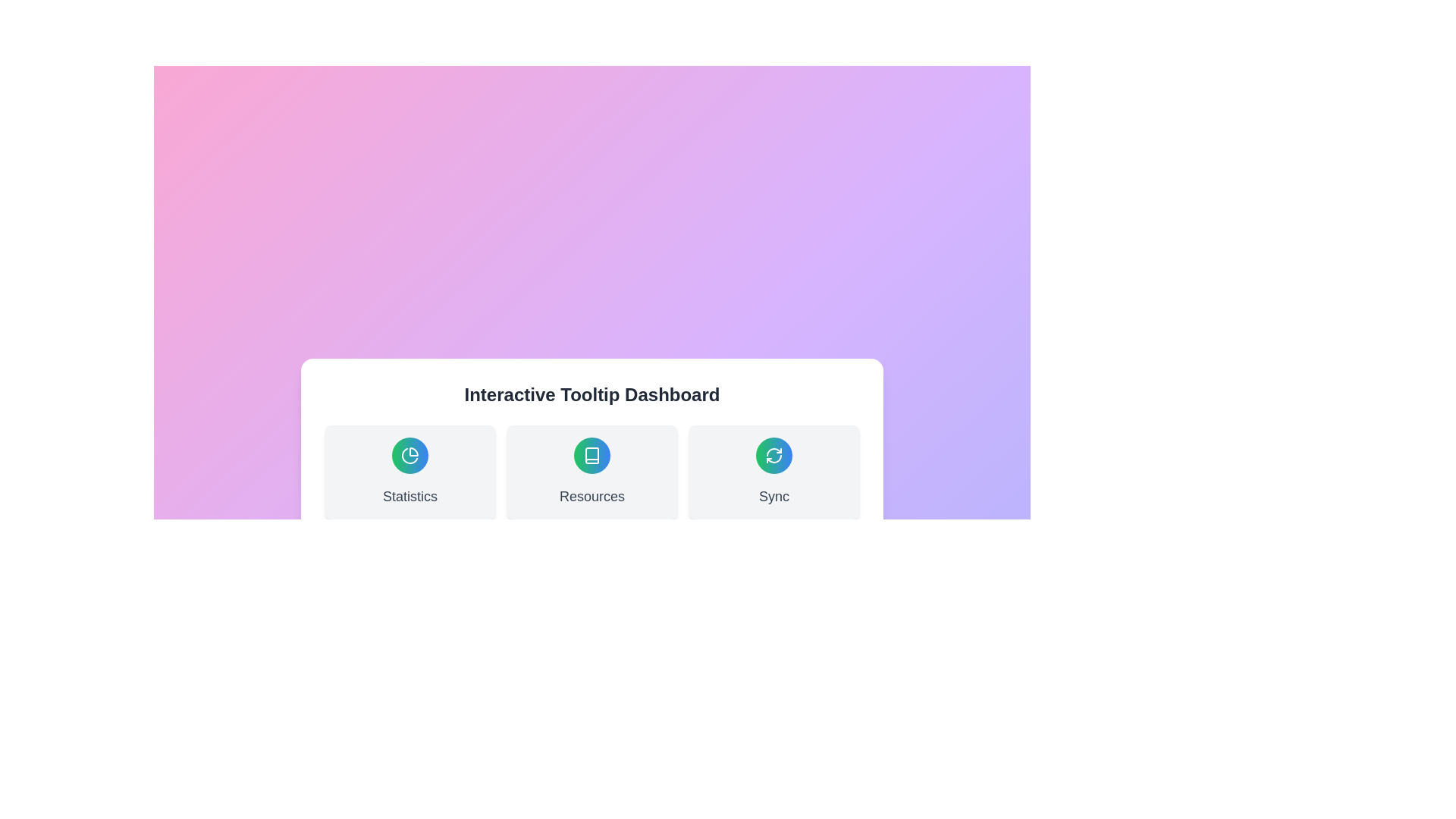 The image size is (1456, 819). Describe the element at coordinates (410, 455) in the screenshot. I see `the icon button located in the leftmost position of the row of three icons within the 'Statistics' section` at that location.